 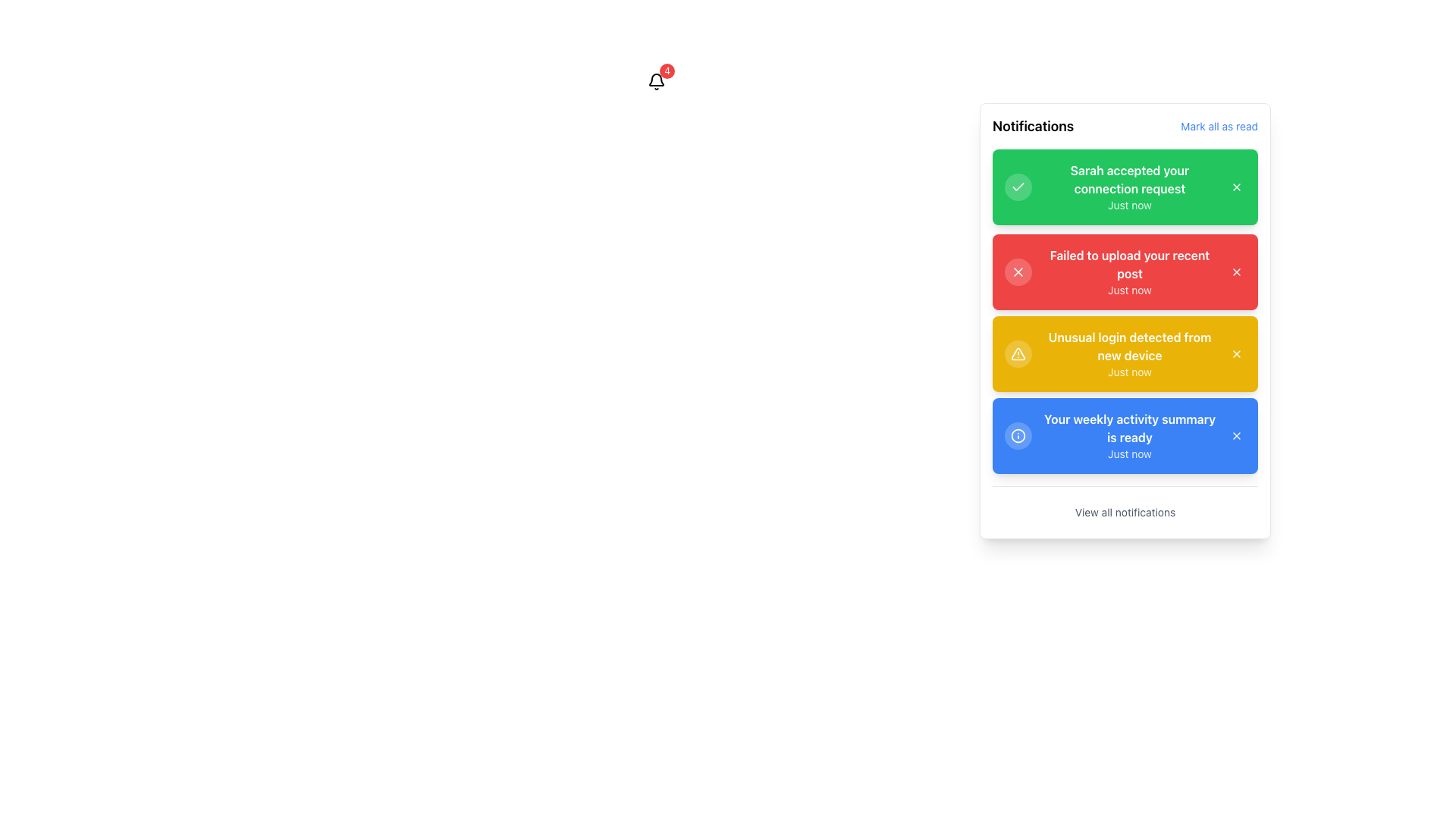 I want to click on the details of the notification that displays 'Failed to upload your recent post' in bold on a red background, located below the green notification and above the yellow notification, so click(x=1129, y=271).